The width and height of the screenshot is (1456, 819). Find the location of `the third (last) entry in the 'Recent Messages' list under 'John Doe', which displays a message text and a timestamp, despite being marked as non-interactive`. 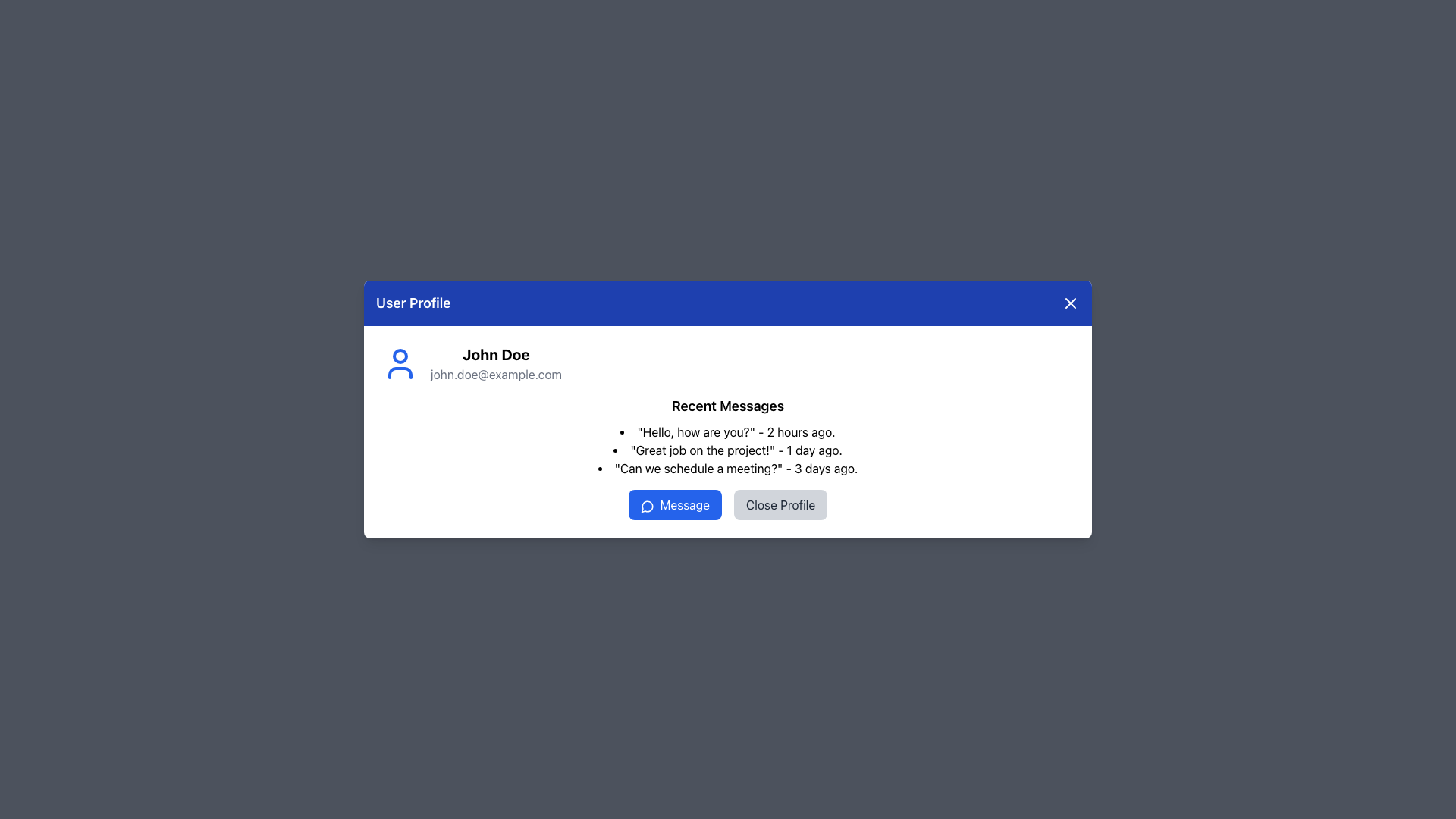

the third (last) entry in the 'Recent Messages' list under 'John Doe', which displays a message text and a timestamp, despite being marked as non-interactive is located at coordinates (728, 467).